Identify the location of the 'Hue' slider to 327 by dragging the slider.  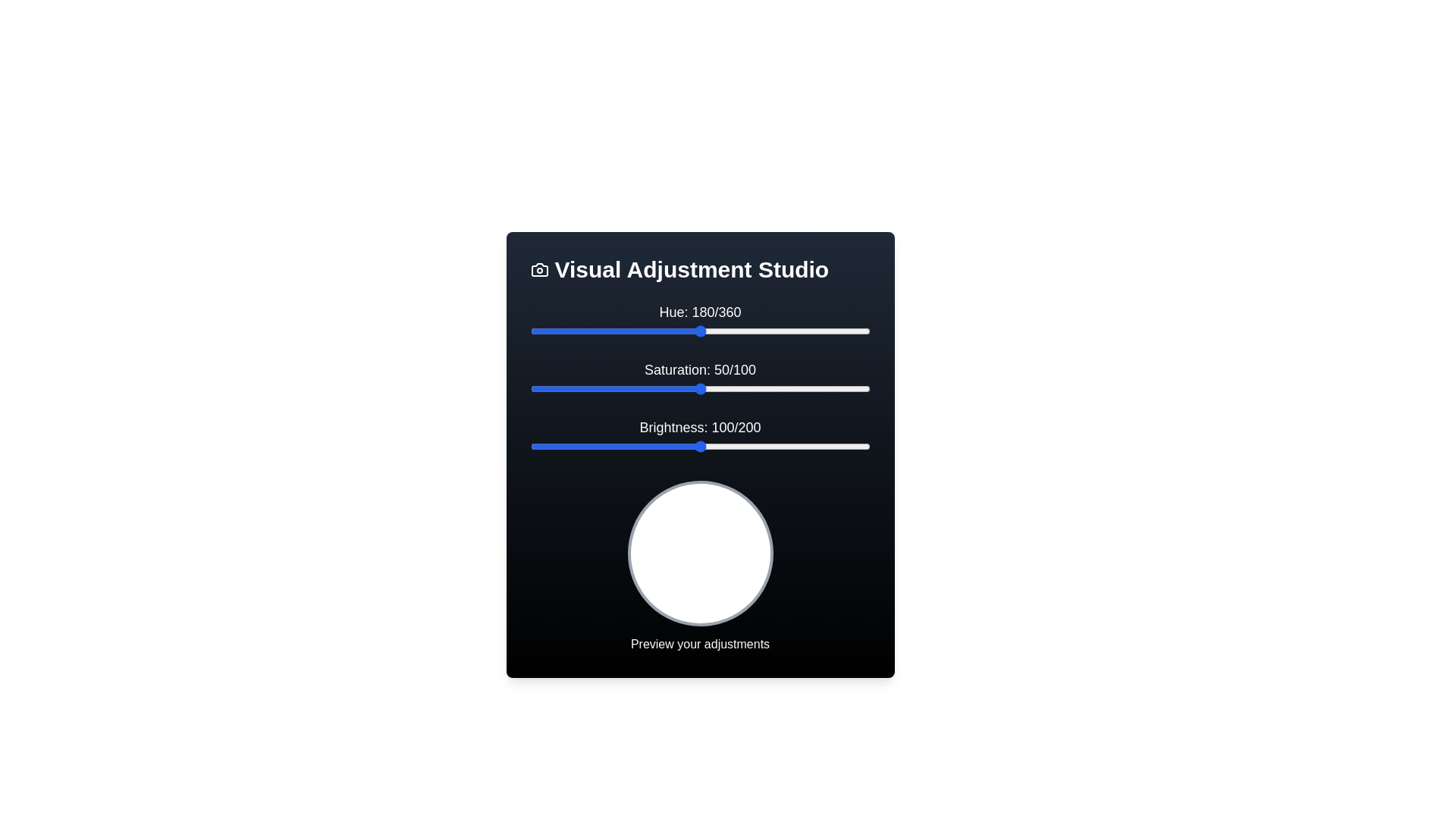
(838, 330).